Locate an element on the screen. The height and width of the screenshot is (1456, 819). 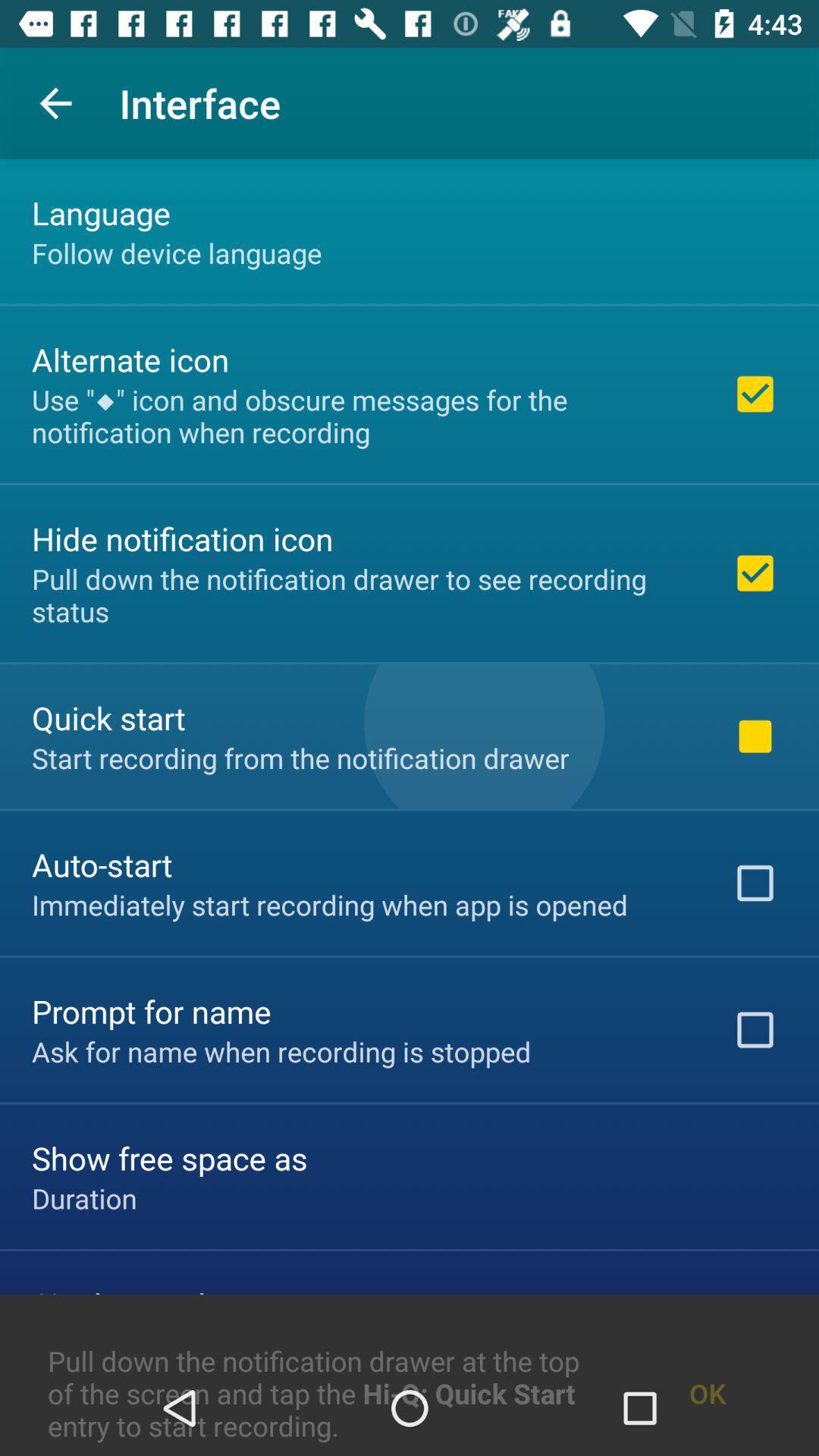
item below the language is located at coordinates (176, 253).